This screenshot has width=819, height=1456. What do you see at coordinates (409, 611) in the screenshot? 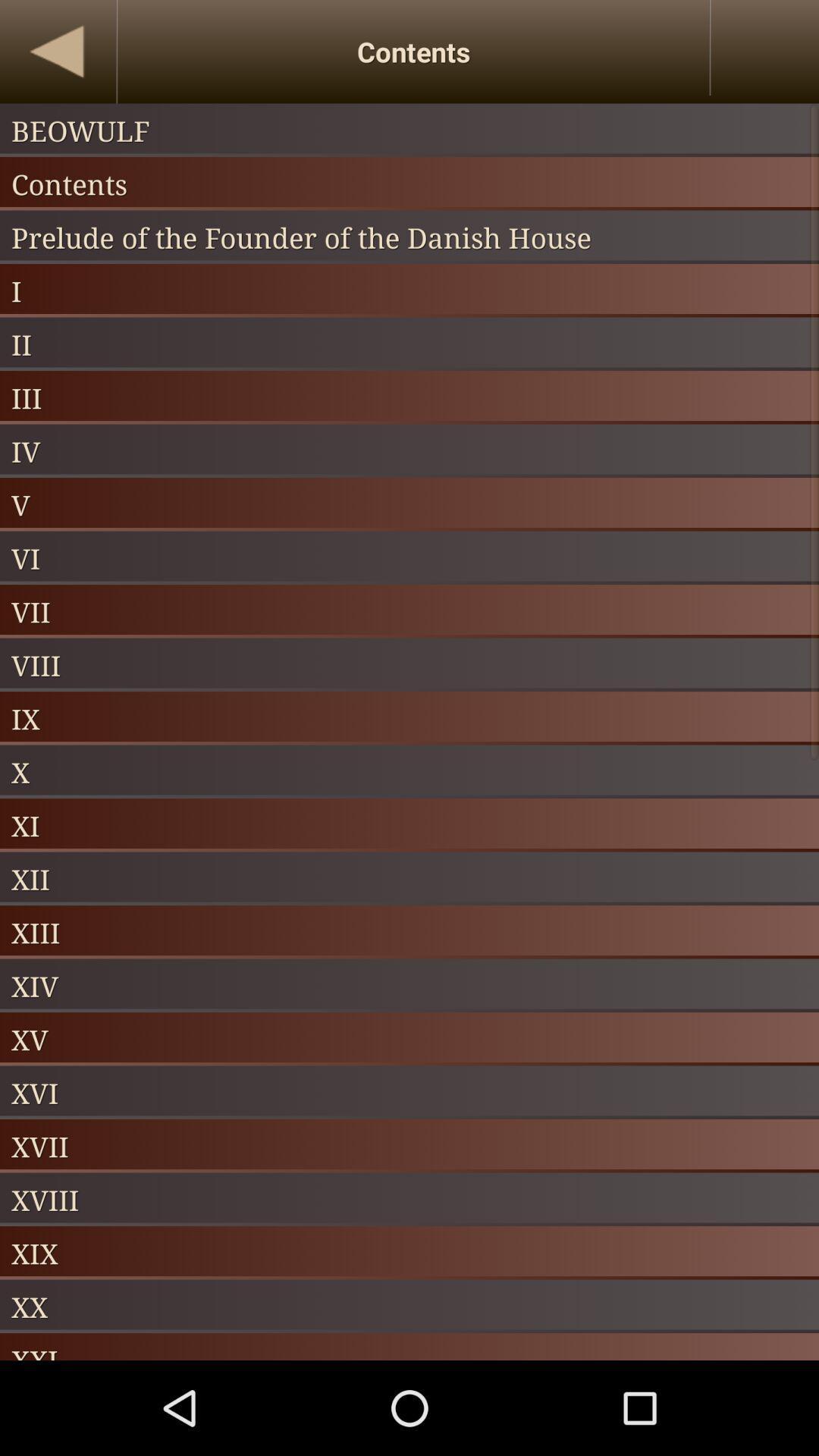
I see `app below vi` at bounding box center [409, 611].